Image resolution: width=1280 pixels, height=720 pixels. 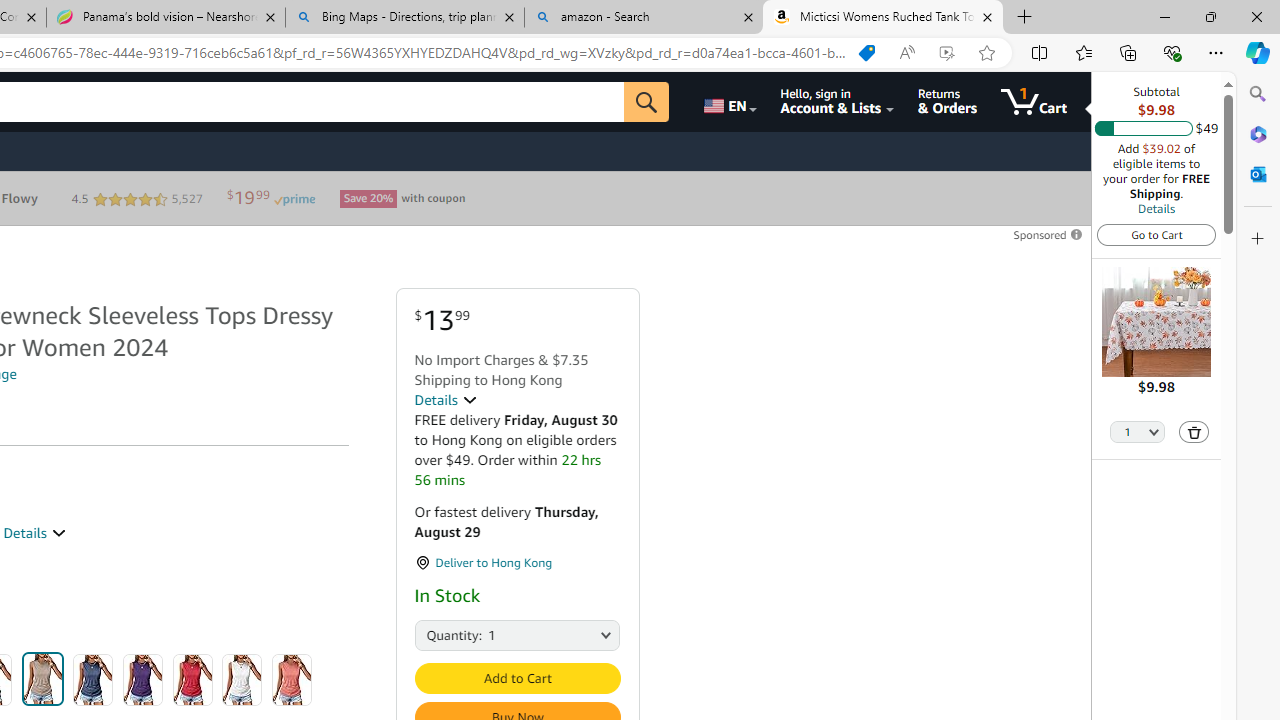 I want to click on 'Navy Blue', so click(x=92, y=679).